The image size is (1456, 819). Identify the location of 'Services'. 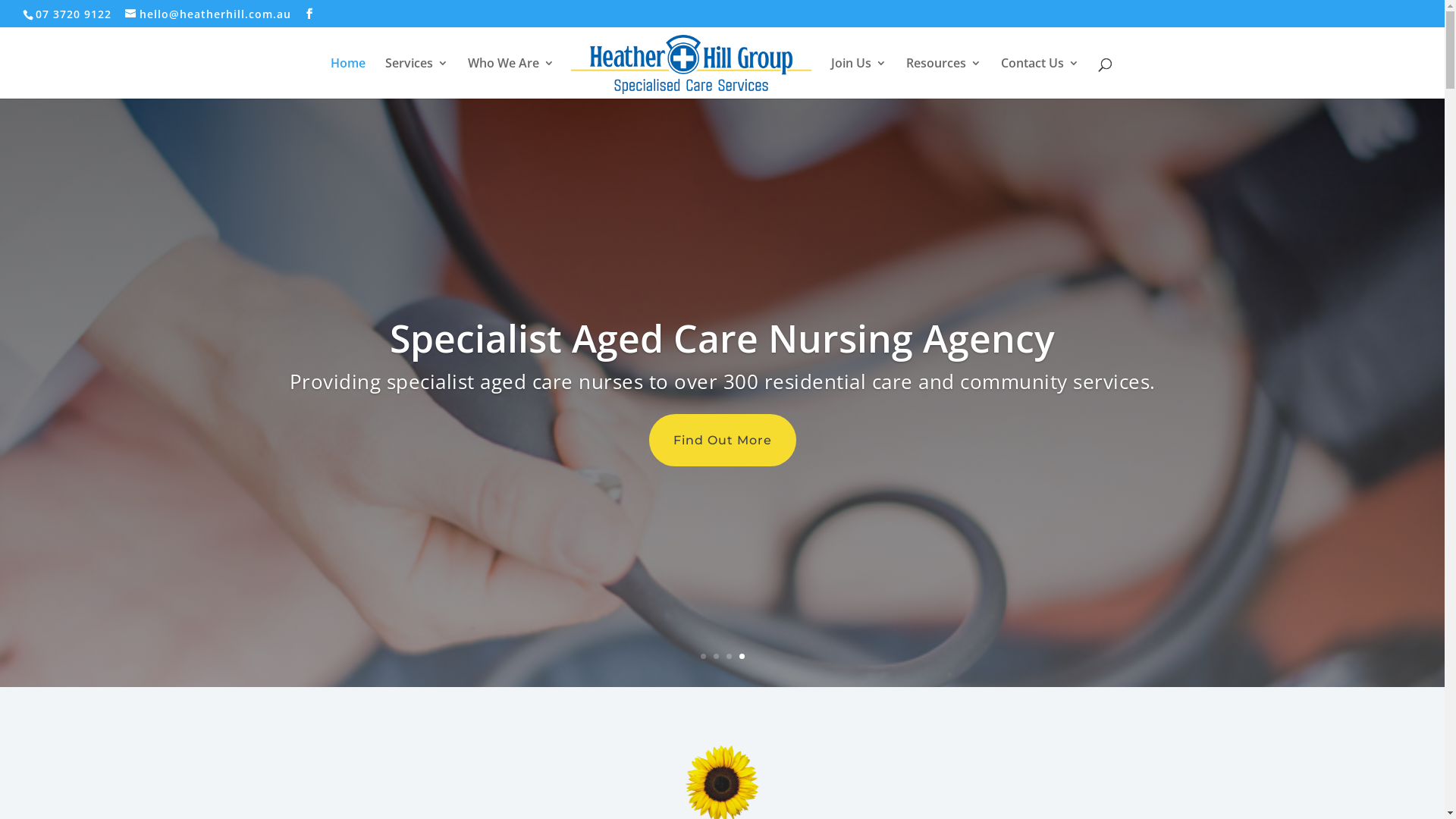
(416, 78).